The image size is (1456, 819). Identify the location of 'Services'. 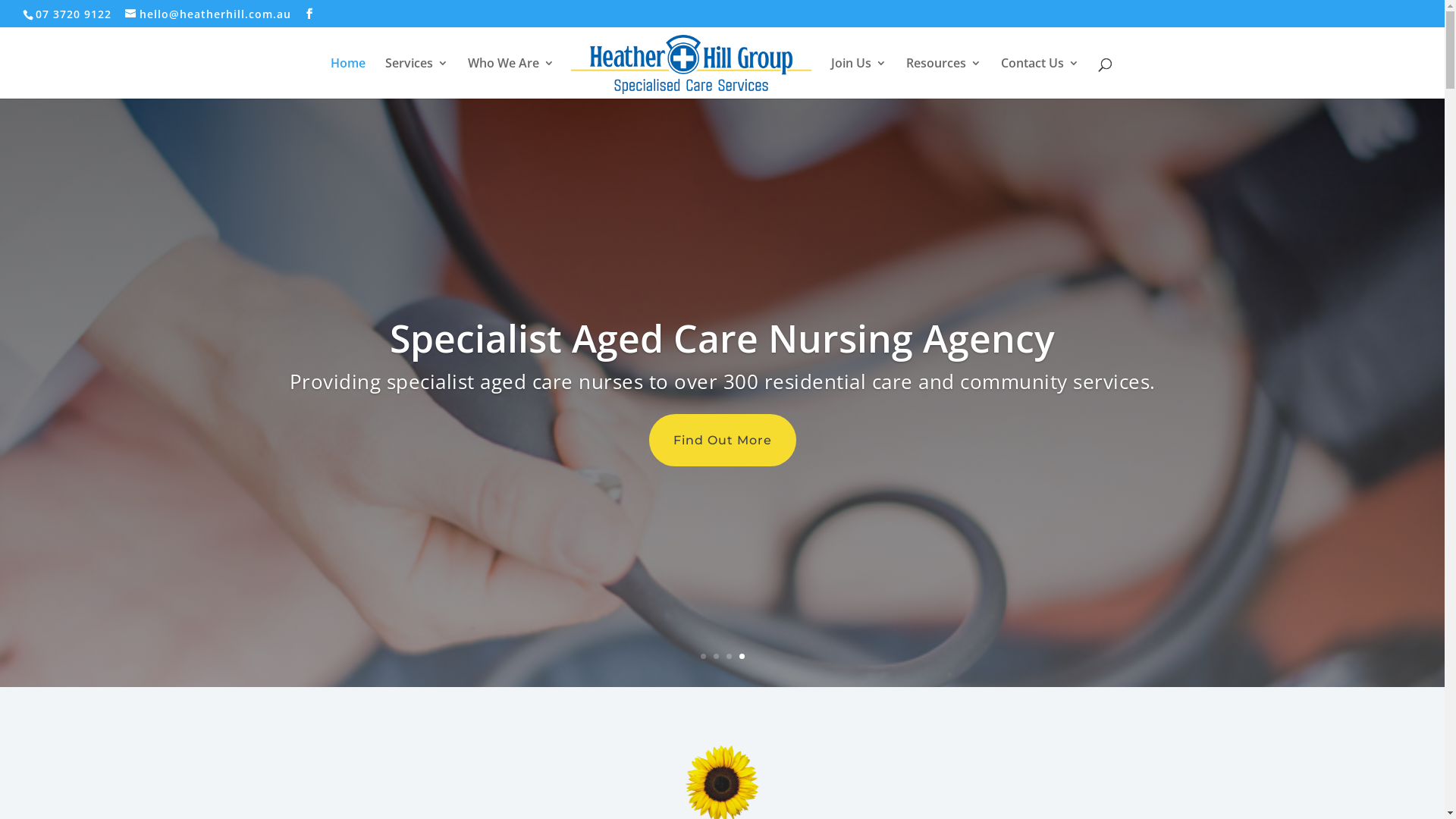
(416, 78).